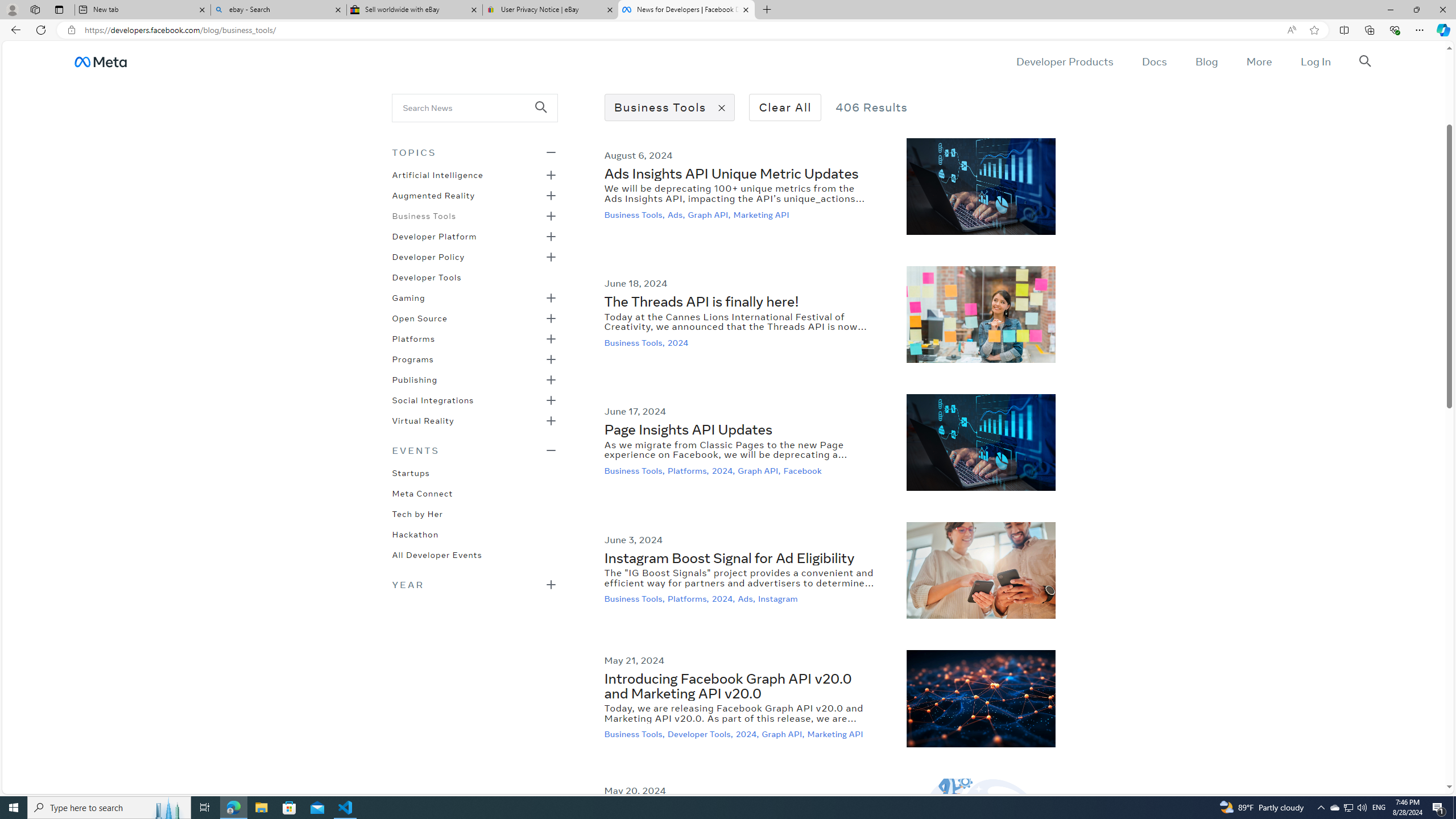 The image size is (1456, 819). Describe the element at coordinates (100, 61) in the screenshot. I see `'AutomationID: u_0_4z_2S'` at that location.